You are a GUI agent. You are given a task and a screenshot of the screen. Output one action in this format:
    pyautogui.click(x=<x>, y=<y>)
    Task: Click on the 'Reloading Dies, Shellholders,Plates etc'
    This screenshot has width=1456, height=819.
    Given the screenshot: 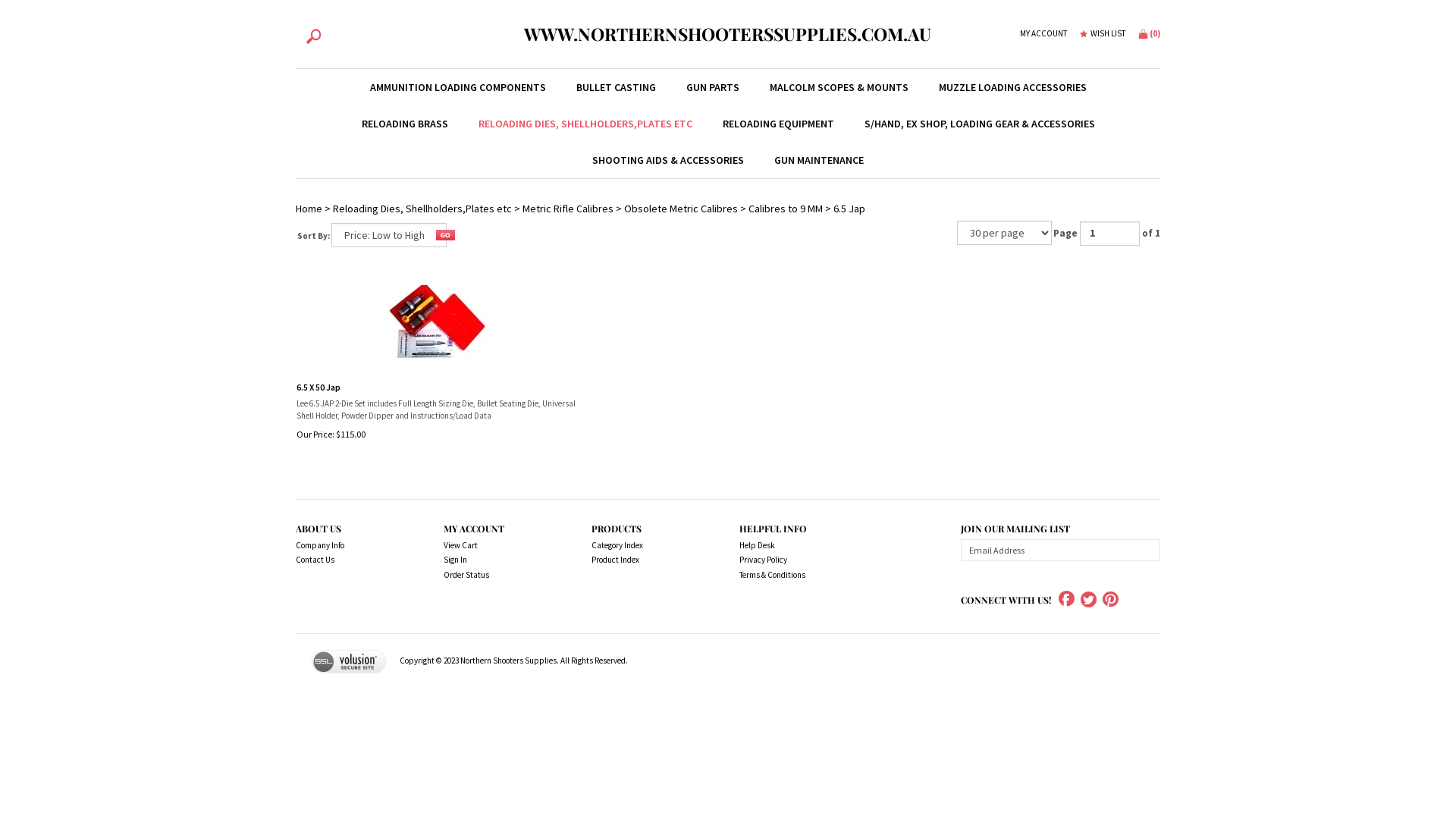 What is the action you would take?
    pyautogui.click(x=422, y=208)
    